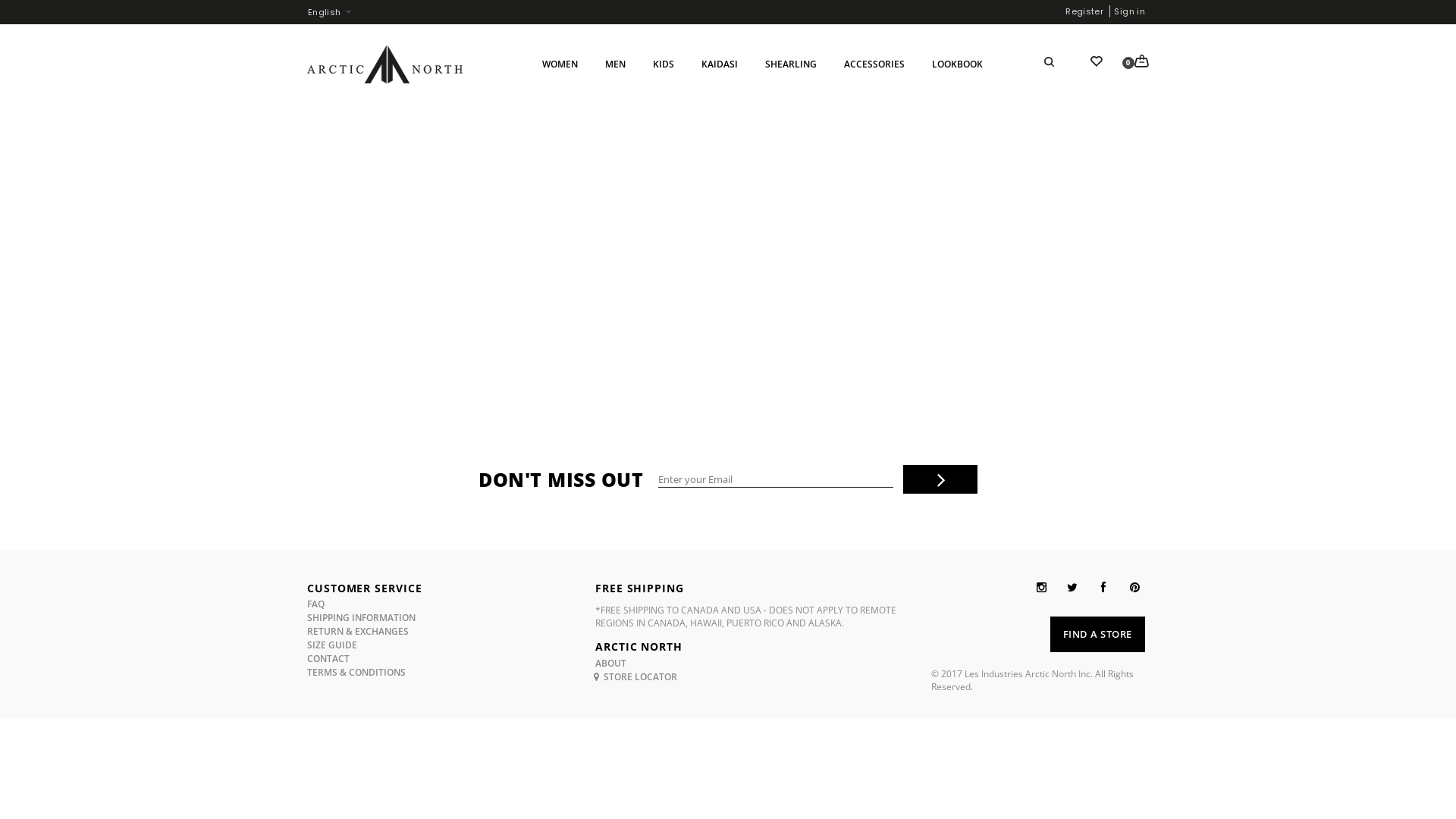  Describe the element at coordinates (1134, 586) in the screenshot. I see `'Pinterest'` at that location.